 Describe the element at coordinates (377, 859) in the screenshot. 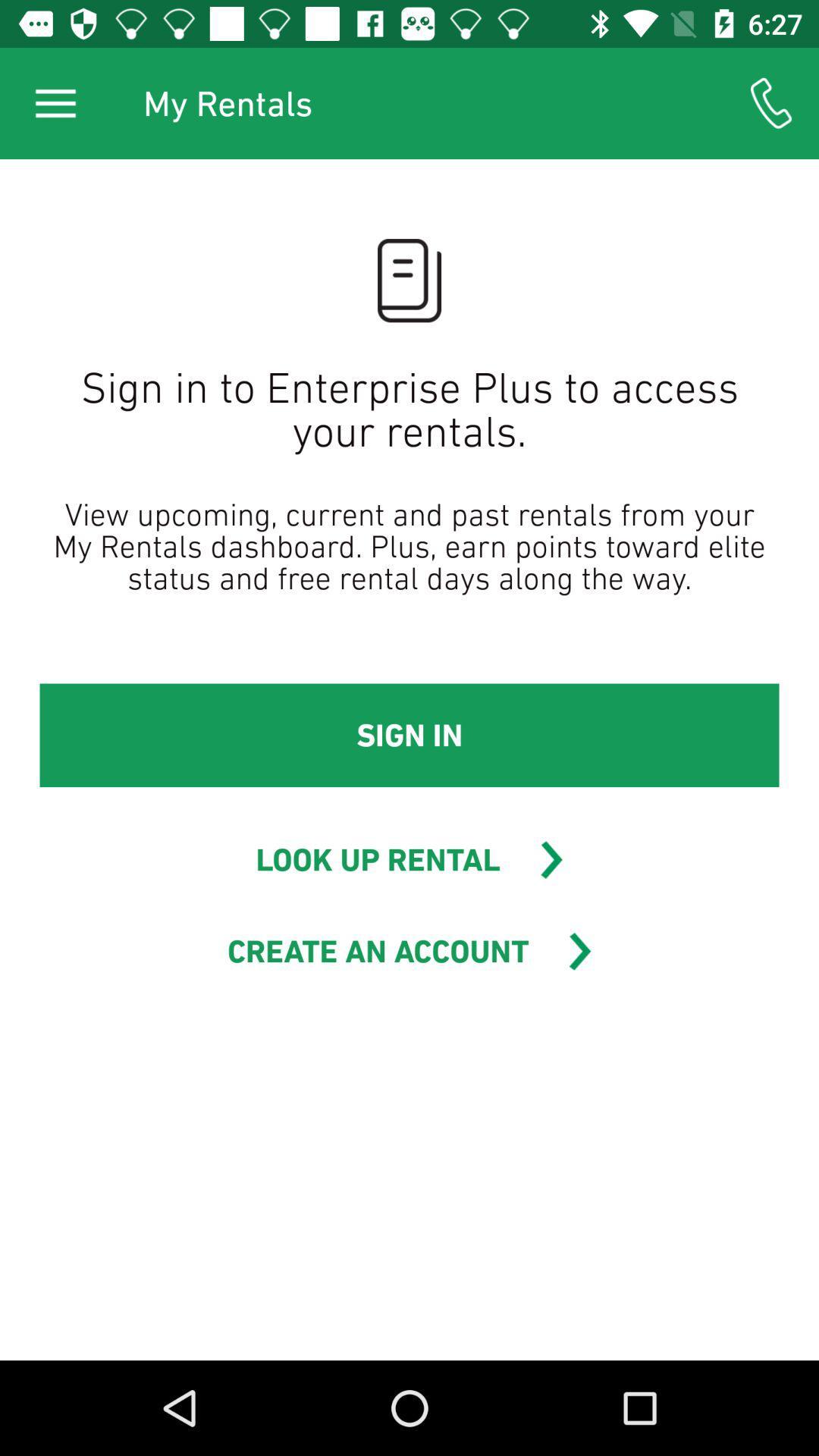

I see `the look up rental icon` at that location.